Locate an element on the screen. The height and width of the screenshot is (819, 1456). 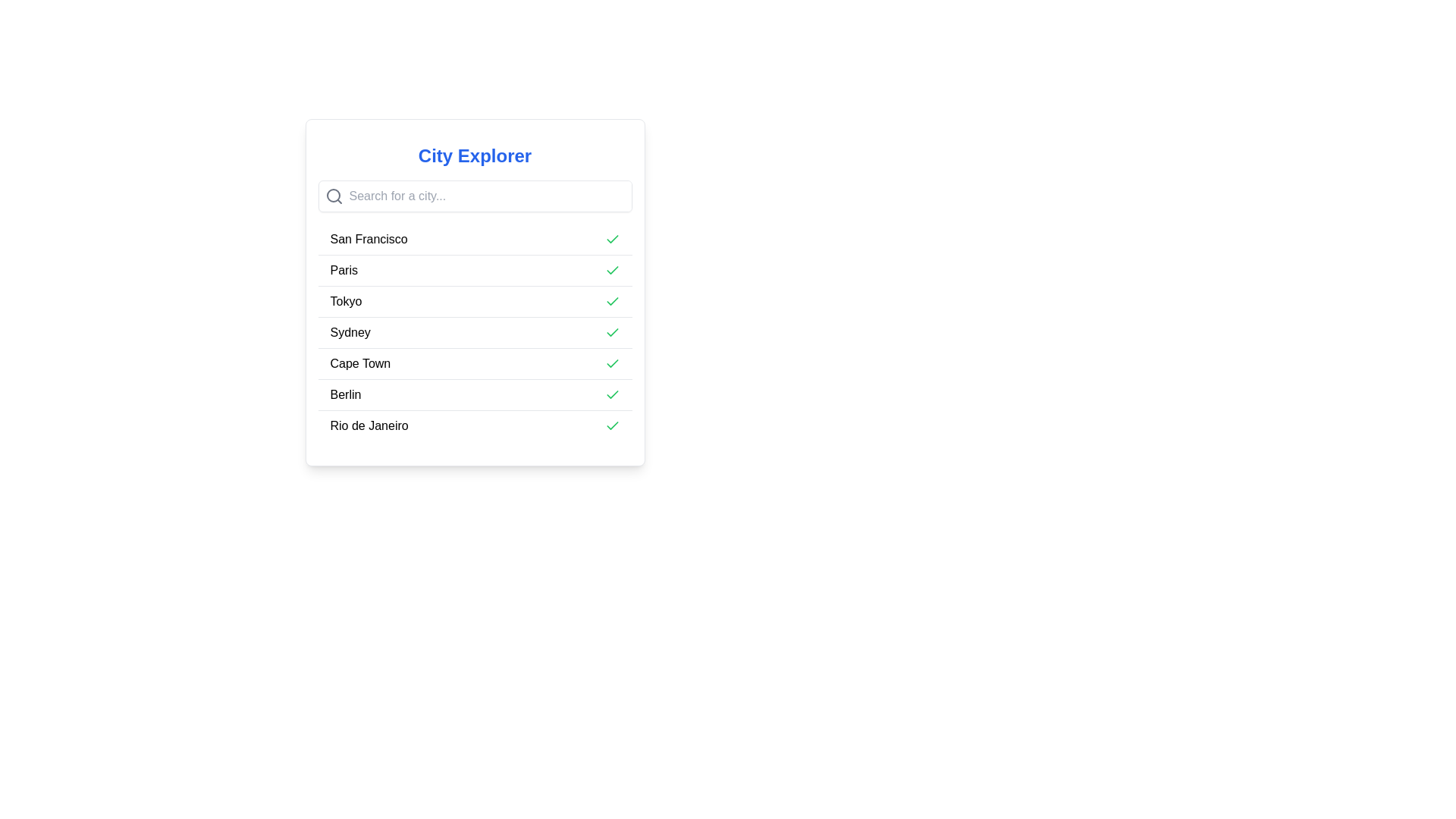
the green check mark icon indicating a confirmed status, located to the right of 'Rio de Janeiro' in the list is located at coordinates (612, 426).